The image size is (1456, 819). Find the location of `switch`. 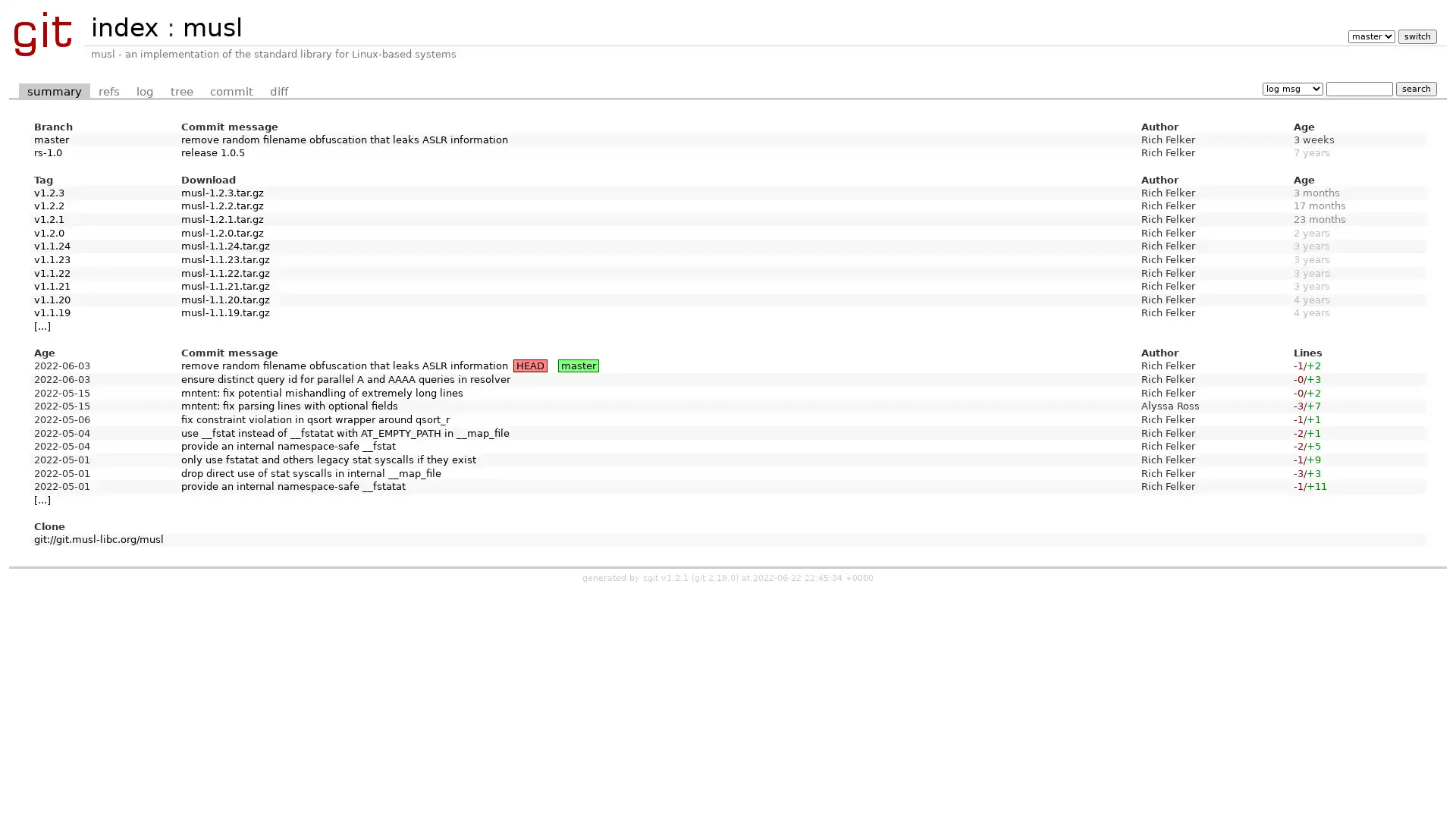

switch is located at coordinates (1416, 36).